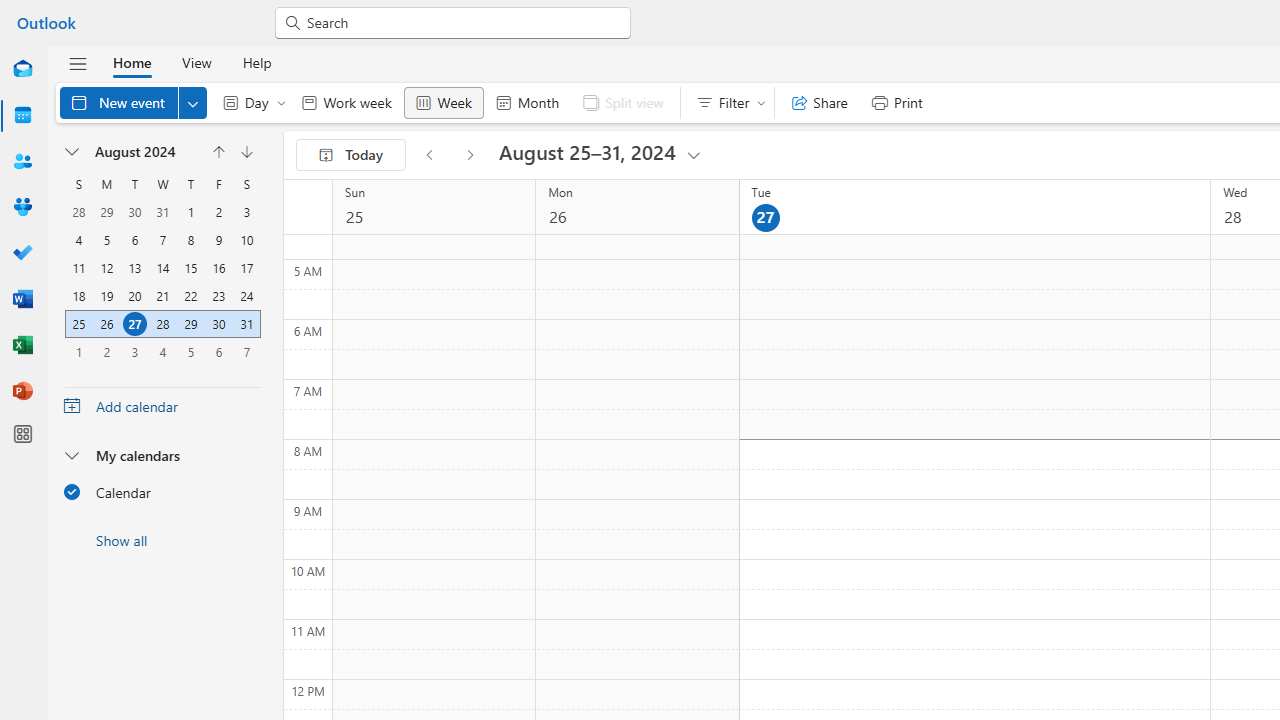 This screenshot has height=720, width=1280. What do you see at coordinates (346, 102) in the screenshot?
I see `'Work week'` at bounding box center [346, 102].